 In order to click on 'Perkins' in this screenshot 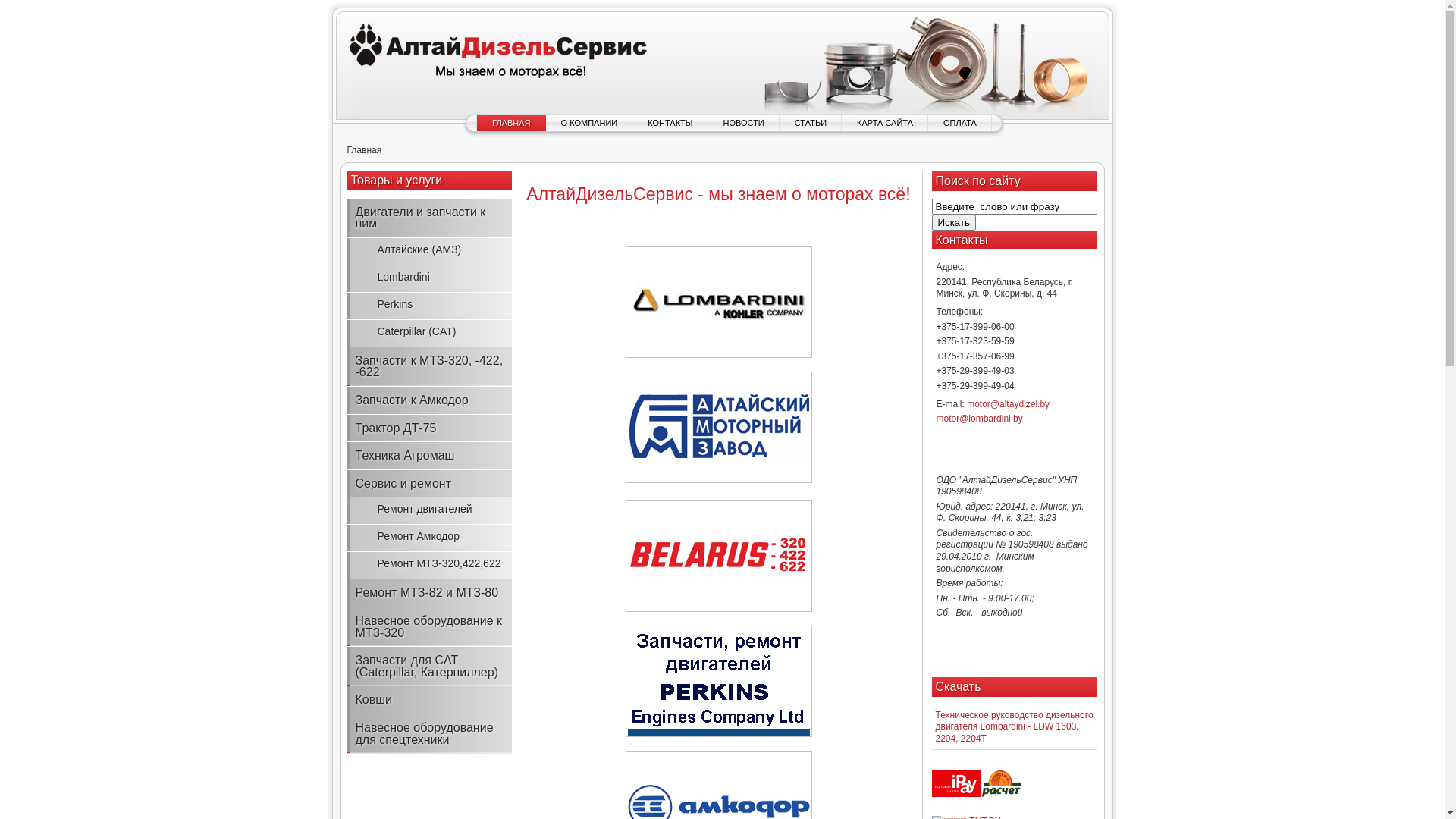, I will do `click(428, 305)`.